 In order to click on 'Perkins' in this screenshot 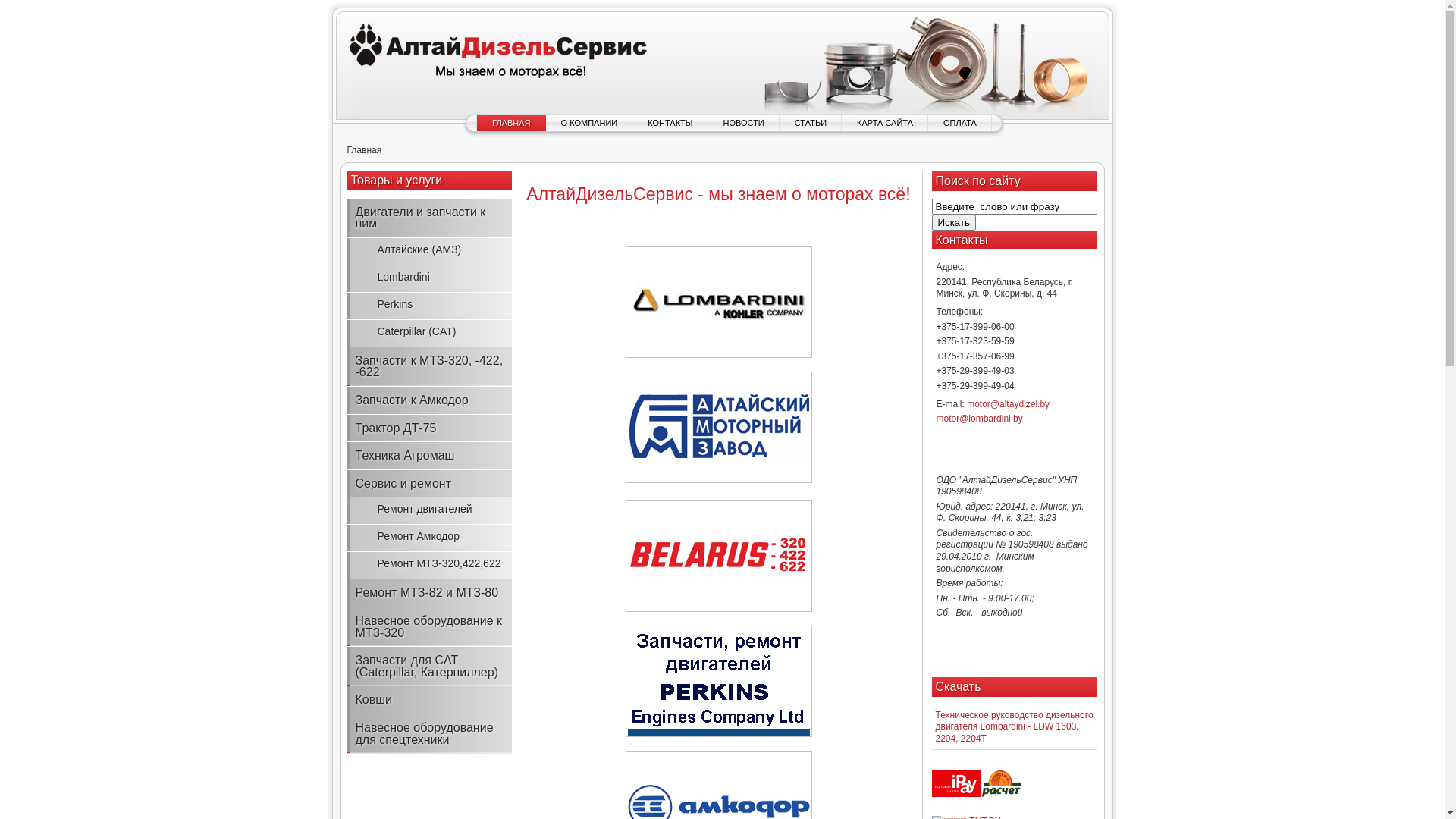, I will do `click(428, 305)`.